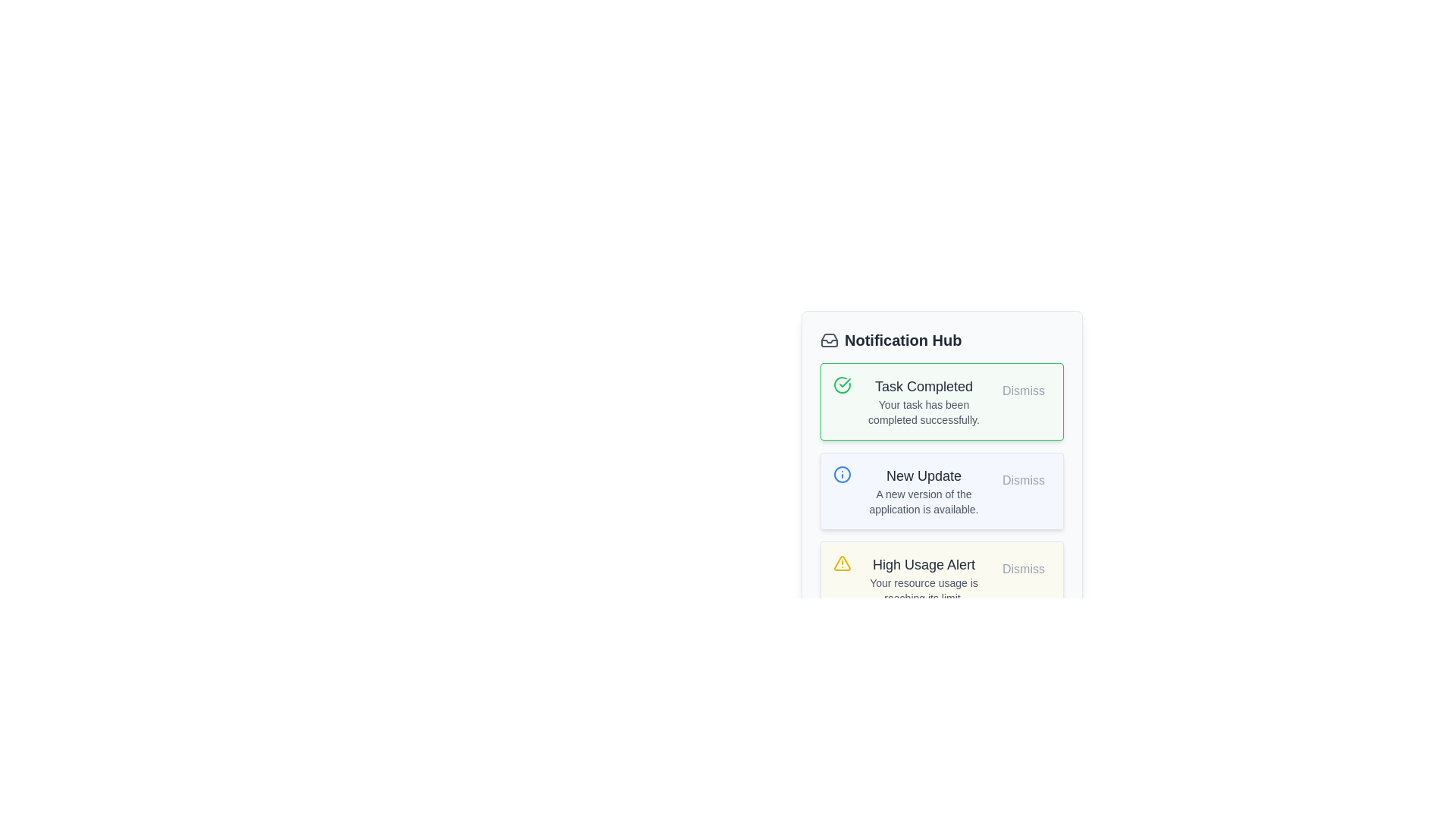 This screenshot has height=819, width=1456. I want to click on the information icon for the 'New Update' notification, which is positioned at the leftmost side of the notification box, next to the title text 'New Update', so click(841, 473).